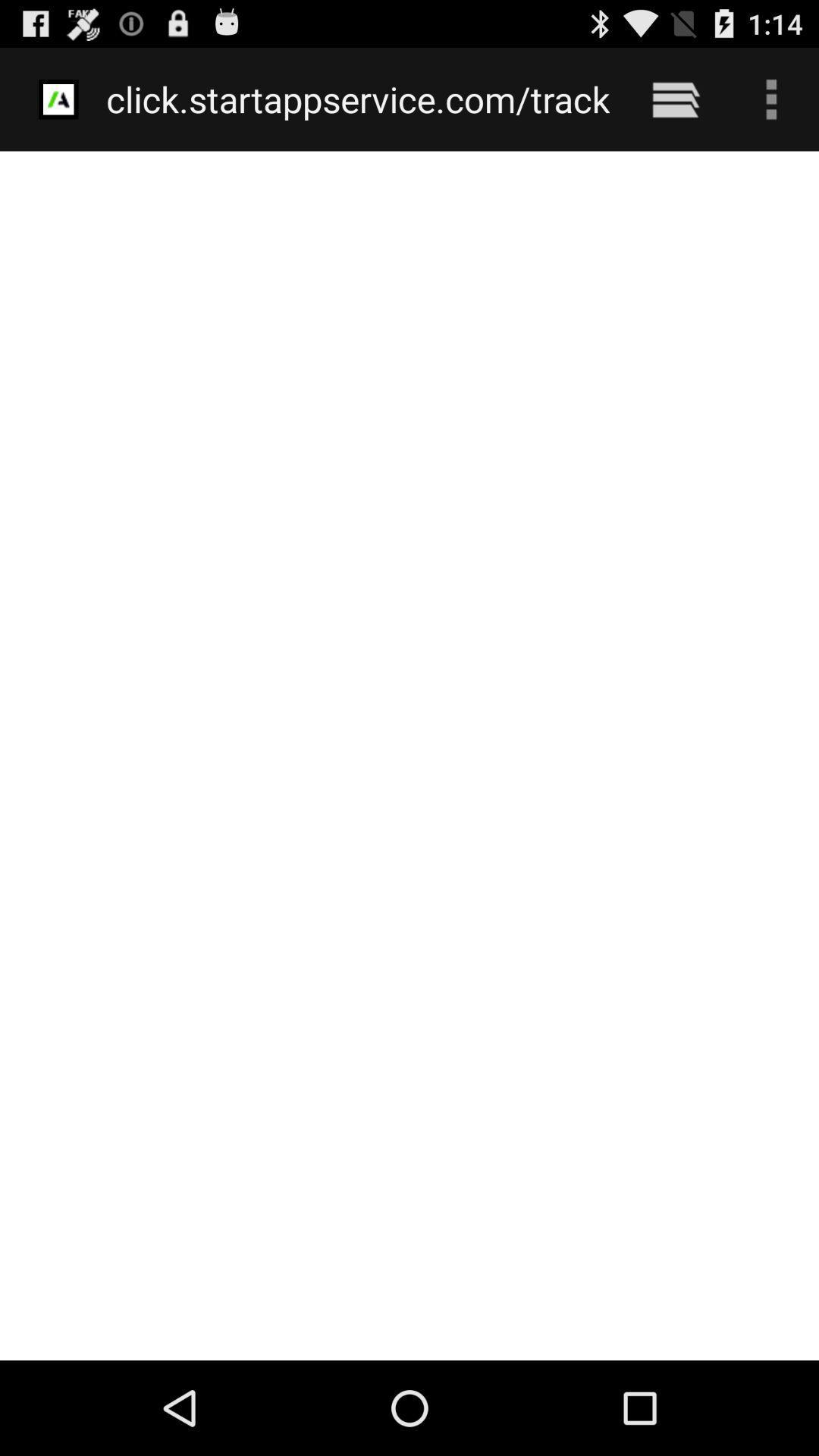 Image resolution: width=819 pixels, height=1456 pixels. I want to click on click startappservice com item, so click(358, 99).